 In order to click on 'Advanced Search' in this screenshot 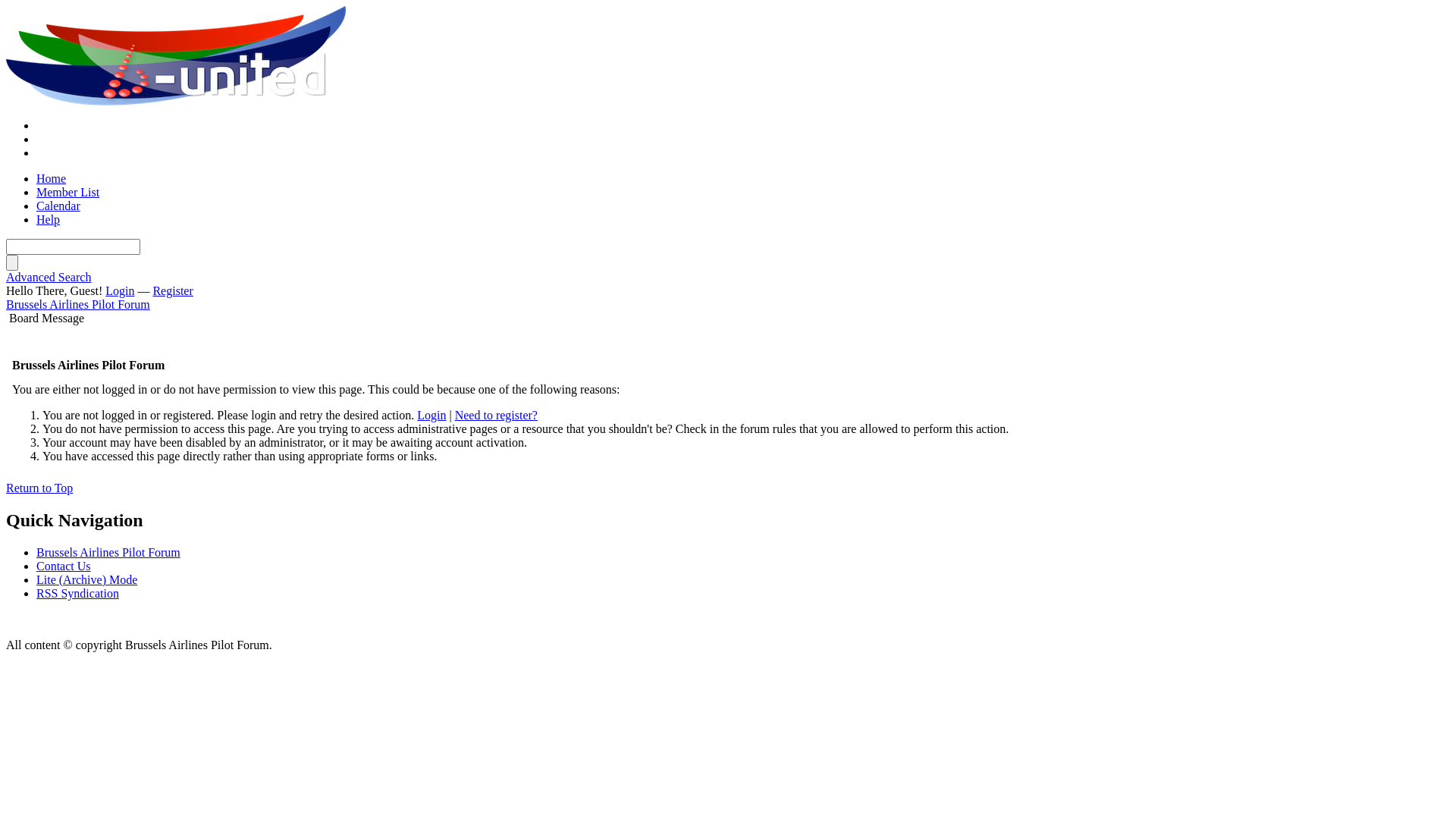, I will do `click(48, 277)`.